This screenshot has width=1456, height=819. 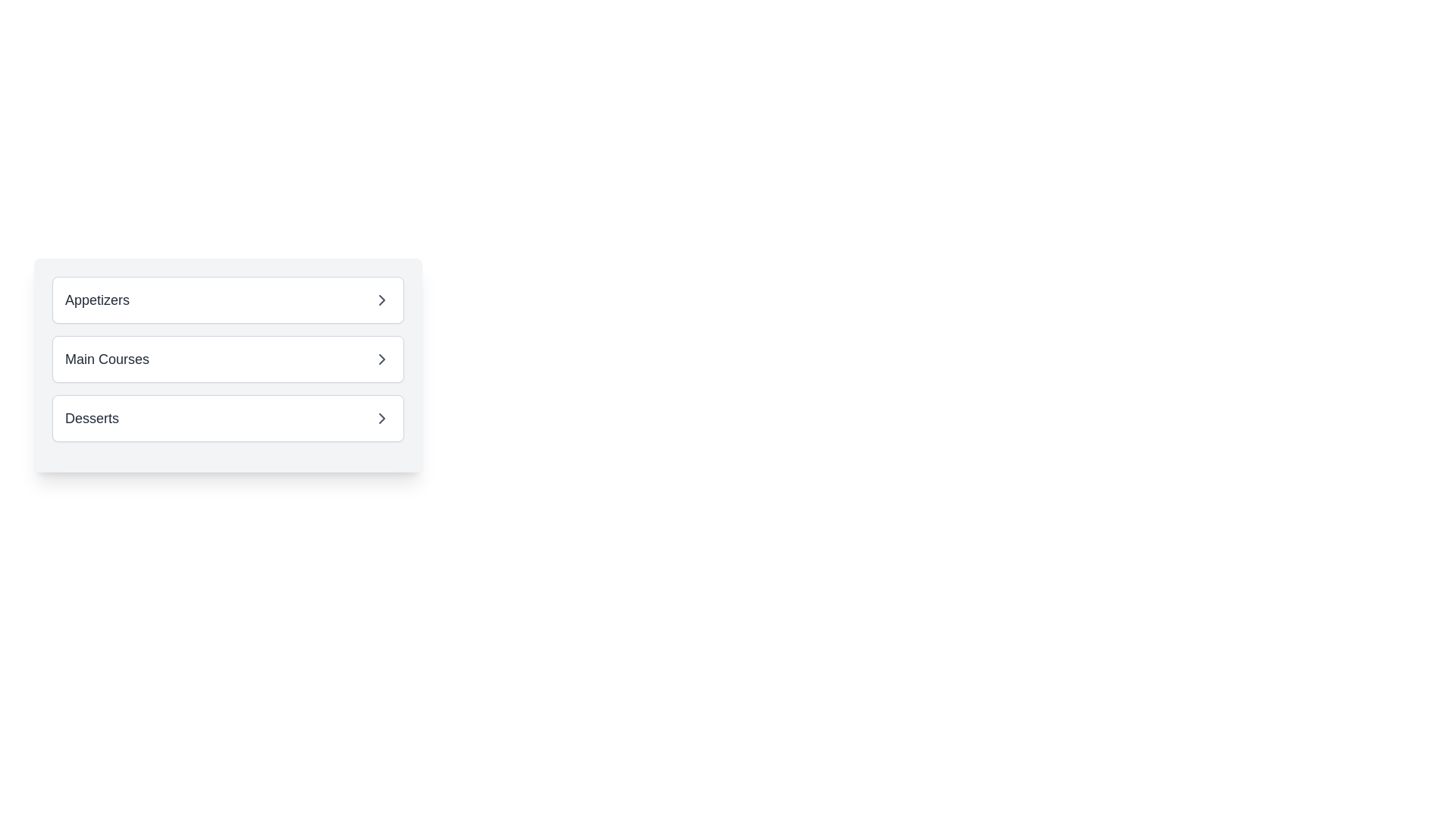 What do you see at coordinates (382, 300) in the screenshot?
I see `the icon located to the far right of the 'Appetizers' button, which serves as an indicator for further action regarding appetizers` at bounding box center [382, 300].